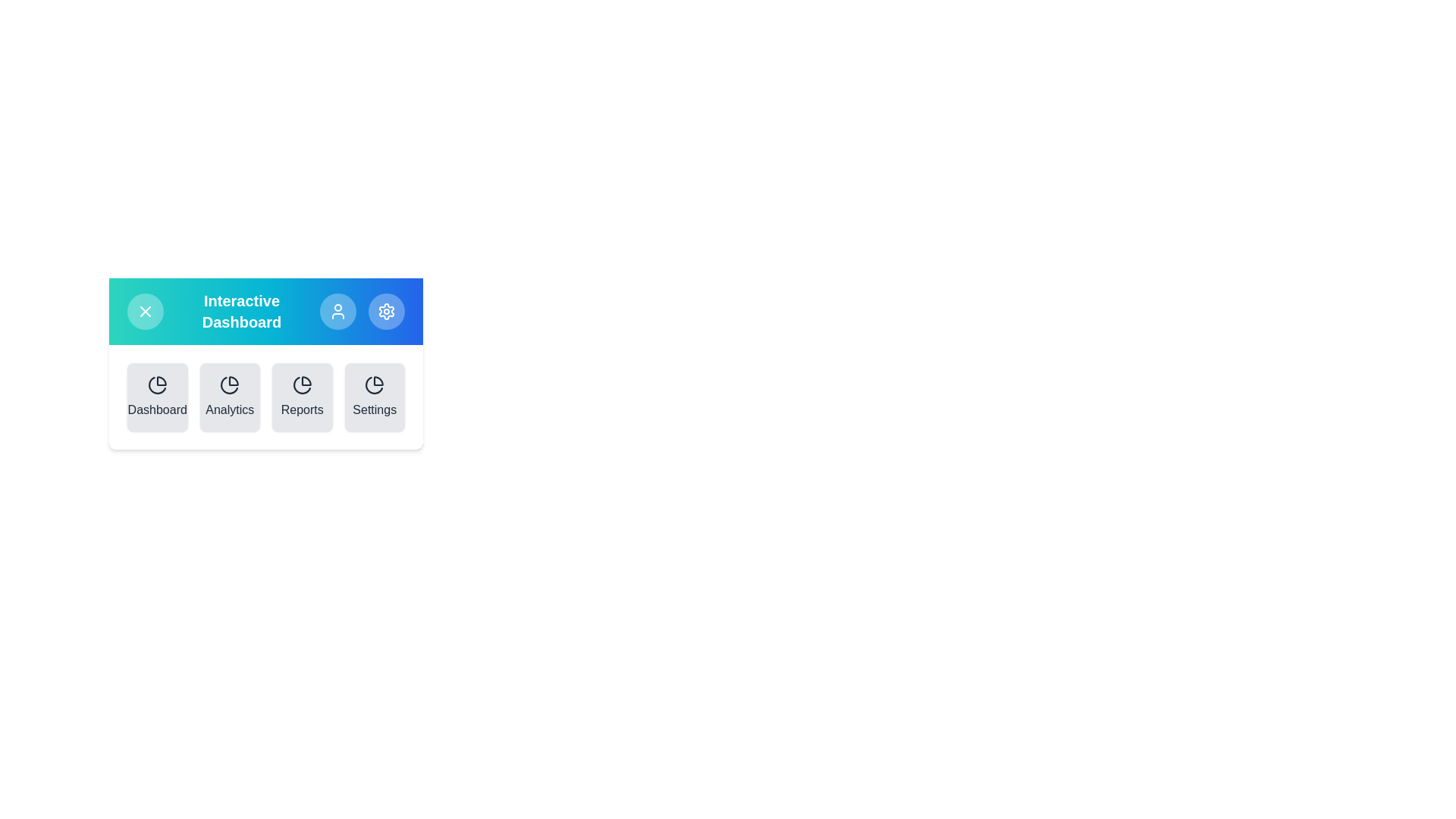  What do you see at coordinates (375, 397) in the screenshot?
I see `the 'Settings' button in the menu to navigate to the Settings section` at bounding box center [375, 397].